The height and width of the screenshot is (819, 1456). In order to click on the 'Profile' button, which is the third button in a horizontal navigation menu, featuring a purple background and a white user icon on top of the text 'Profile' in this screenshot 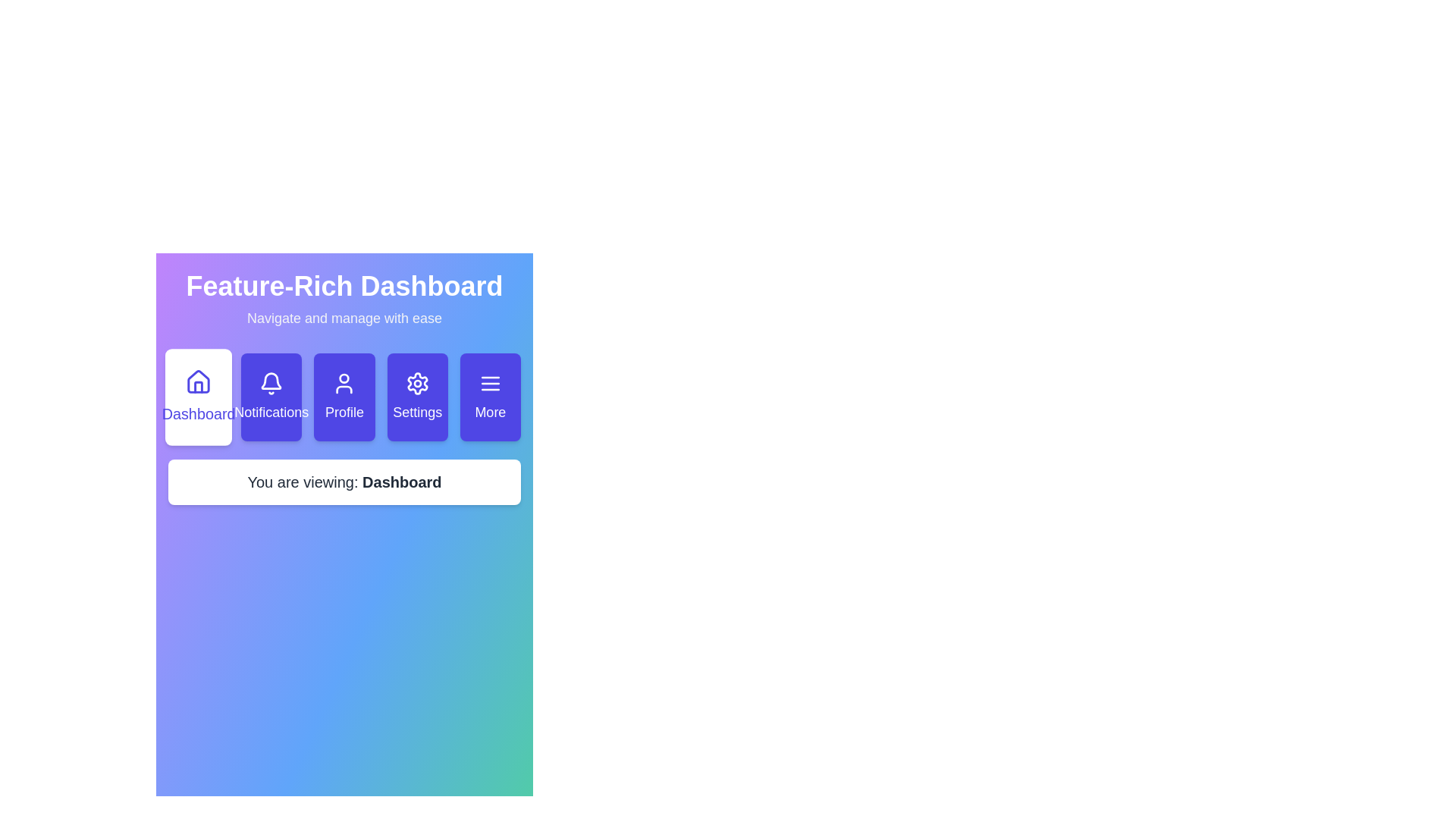, I will do `click(344, 397)`.